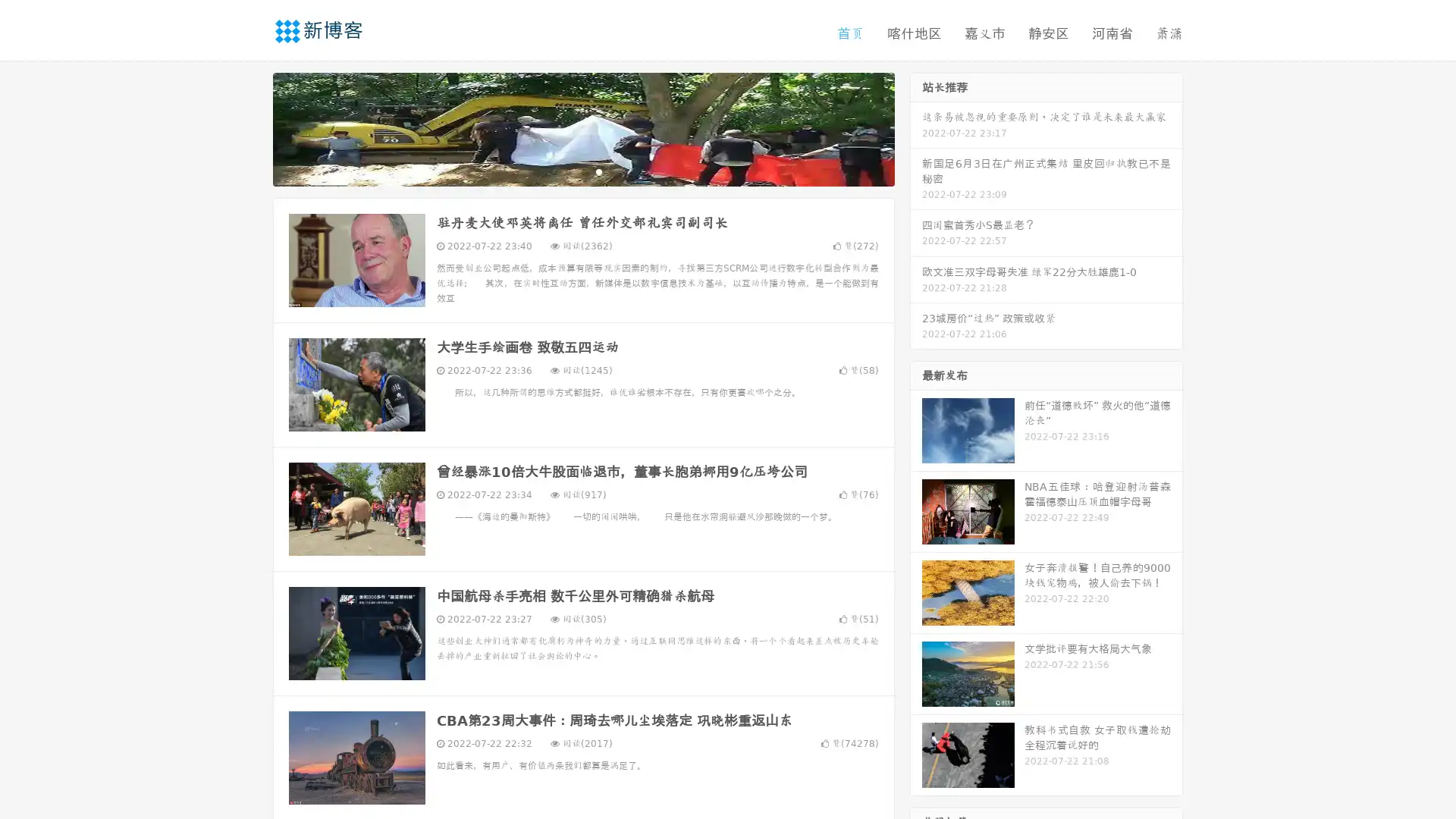  What do you see at coordinates (567, 171) in the screenshot?
I see `Go to slide 1` at bounding box center [567, 171].